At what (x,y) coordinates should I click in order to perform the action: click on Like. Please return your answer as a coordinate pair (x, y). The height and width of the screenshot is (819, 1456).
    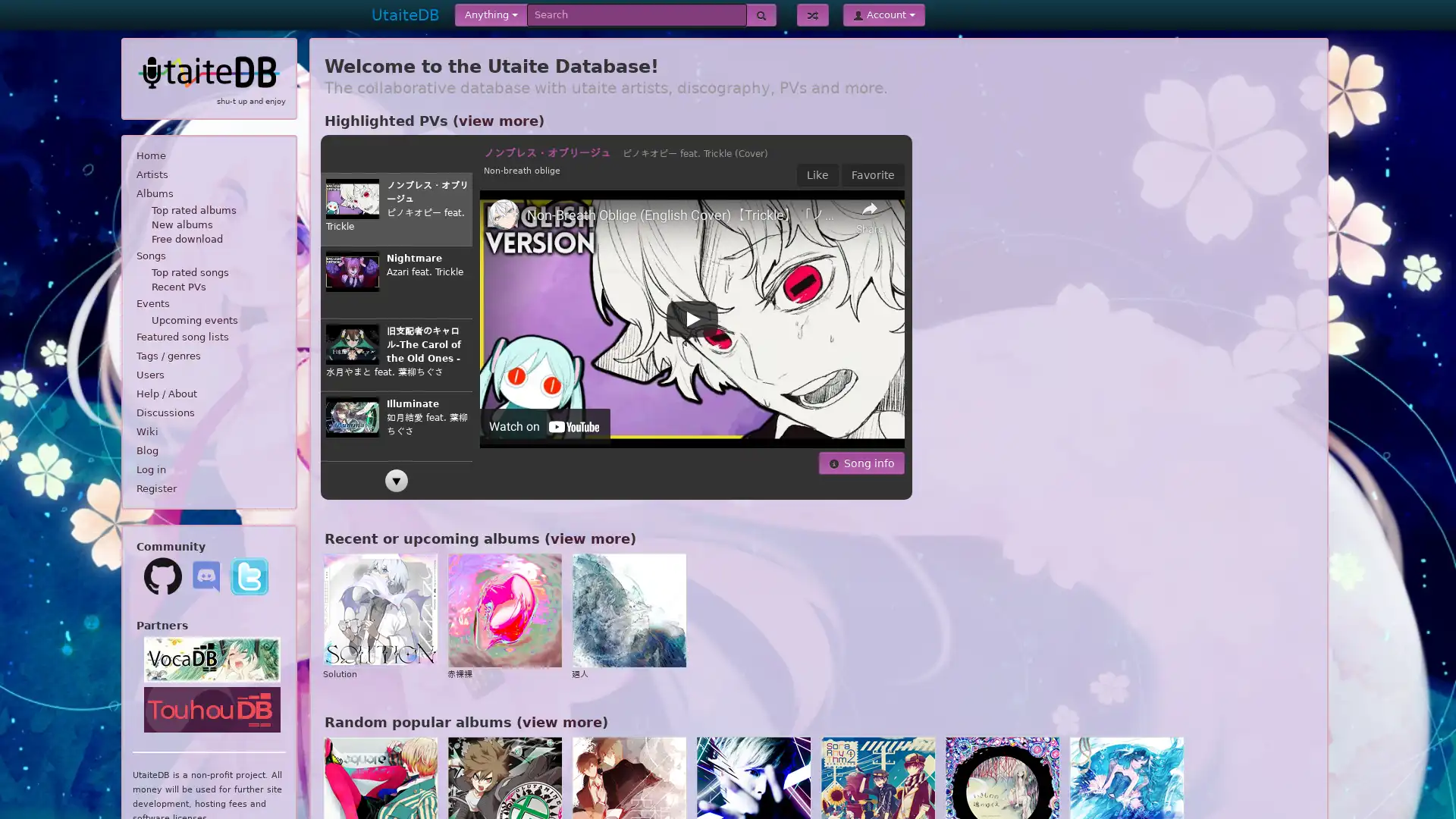
    Looking at the image, I should click on (817, 174).